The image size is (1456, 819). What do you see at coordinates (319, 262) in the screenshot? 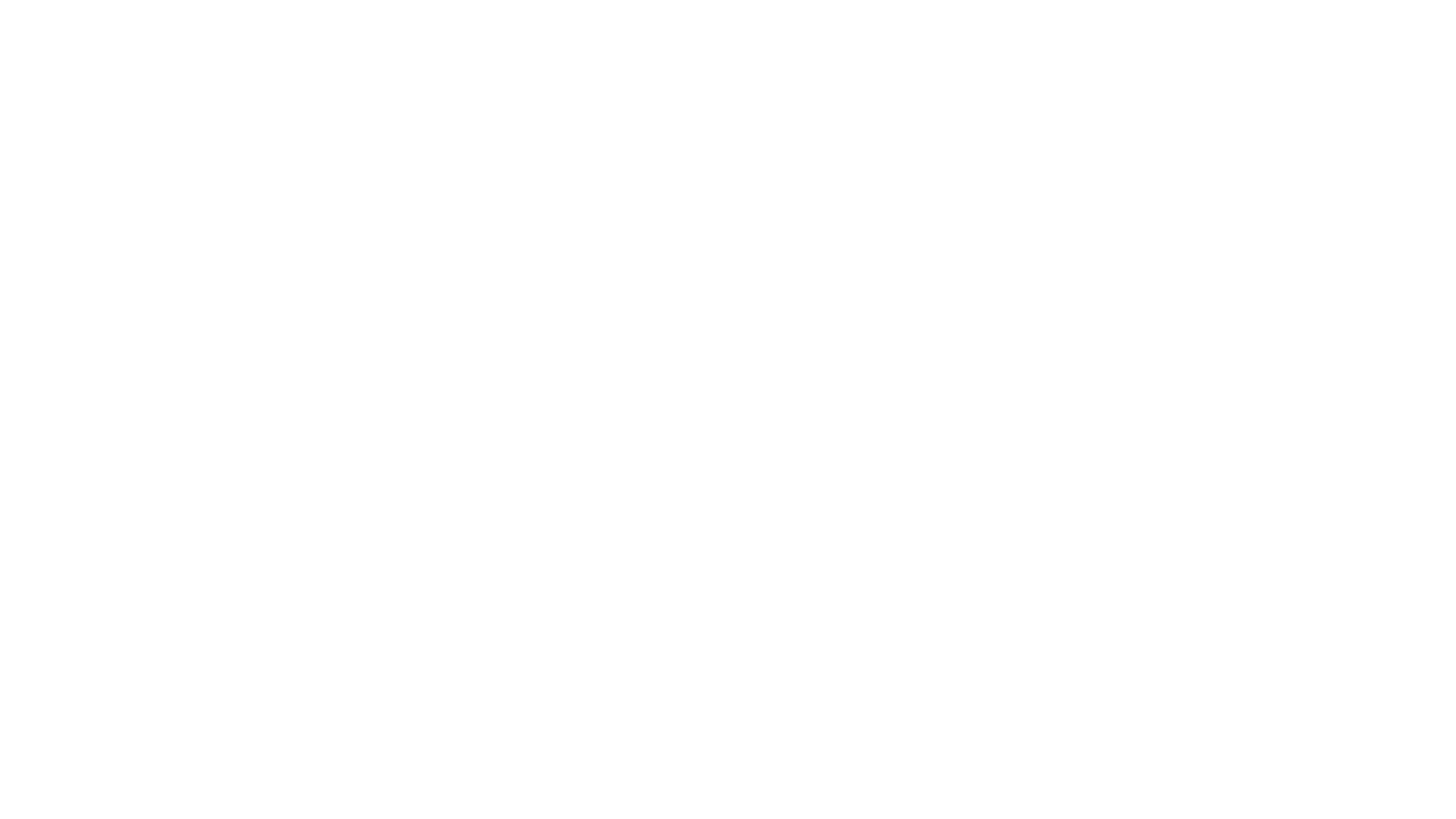
I see `Previous` at bounding box center [319, 262].